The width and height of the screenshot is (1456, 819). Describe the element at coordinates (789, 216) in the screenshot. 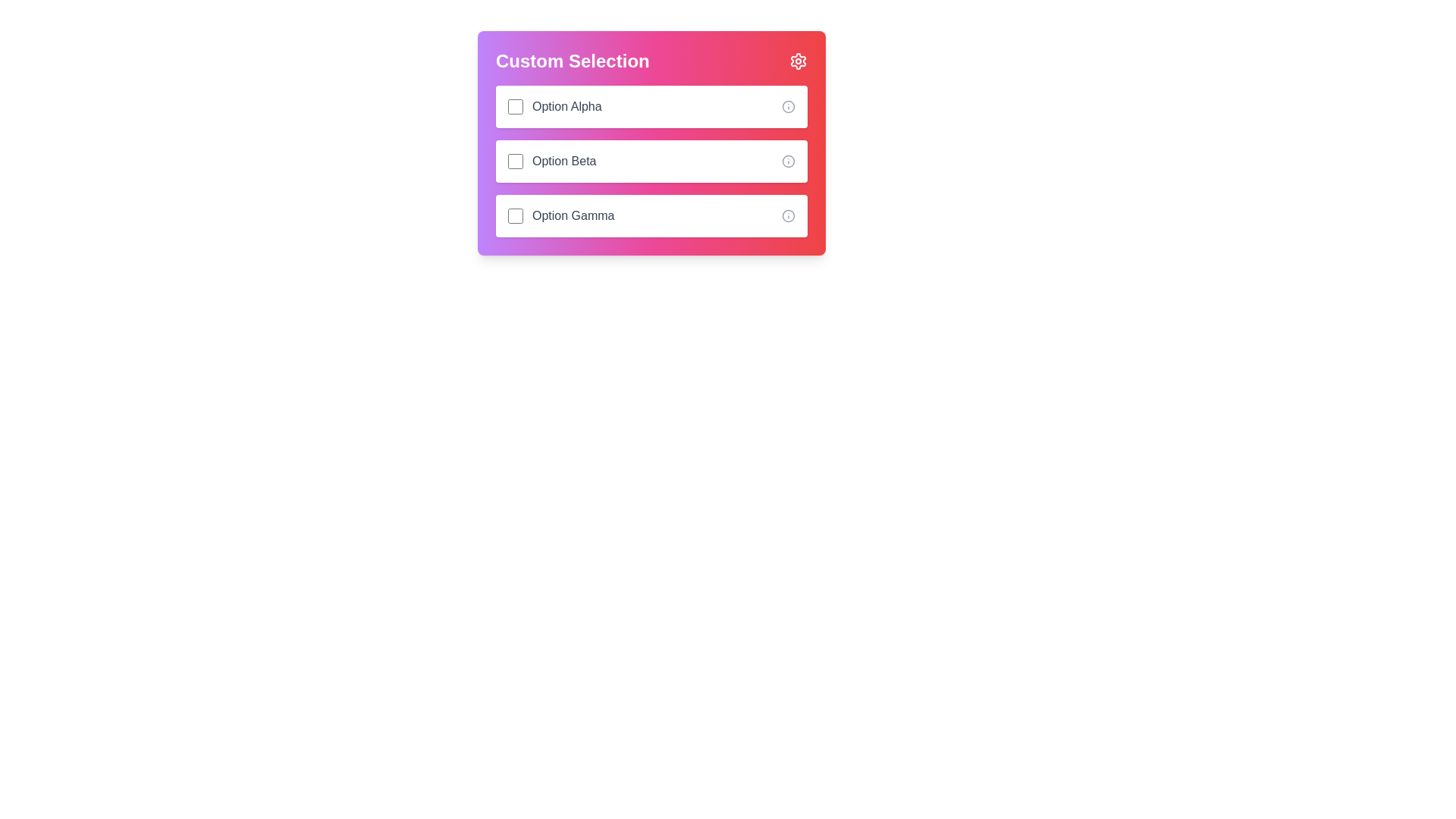

I see `info button next to the option labeled Option Gamma` at that location.